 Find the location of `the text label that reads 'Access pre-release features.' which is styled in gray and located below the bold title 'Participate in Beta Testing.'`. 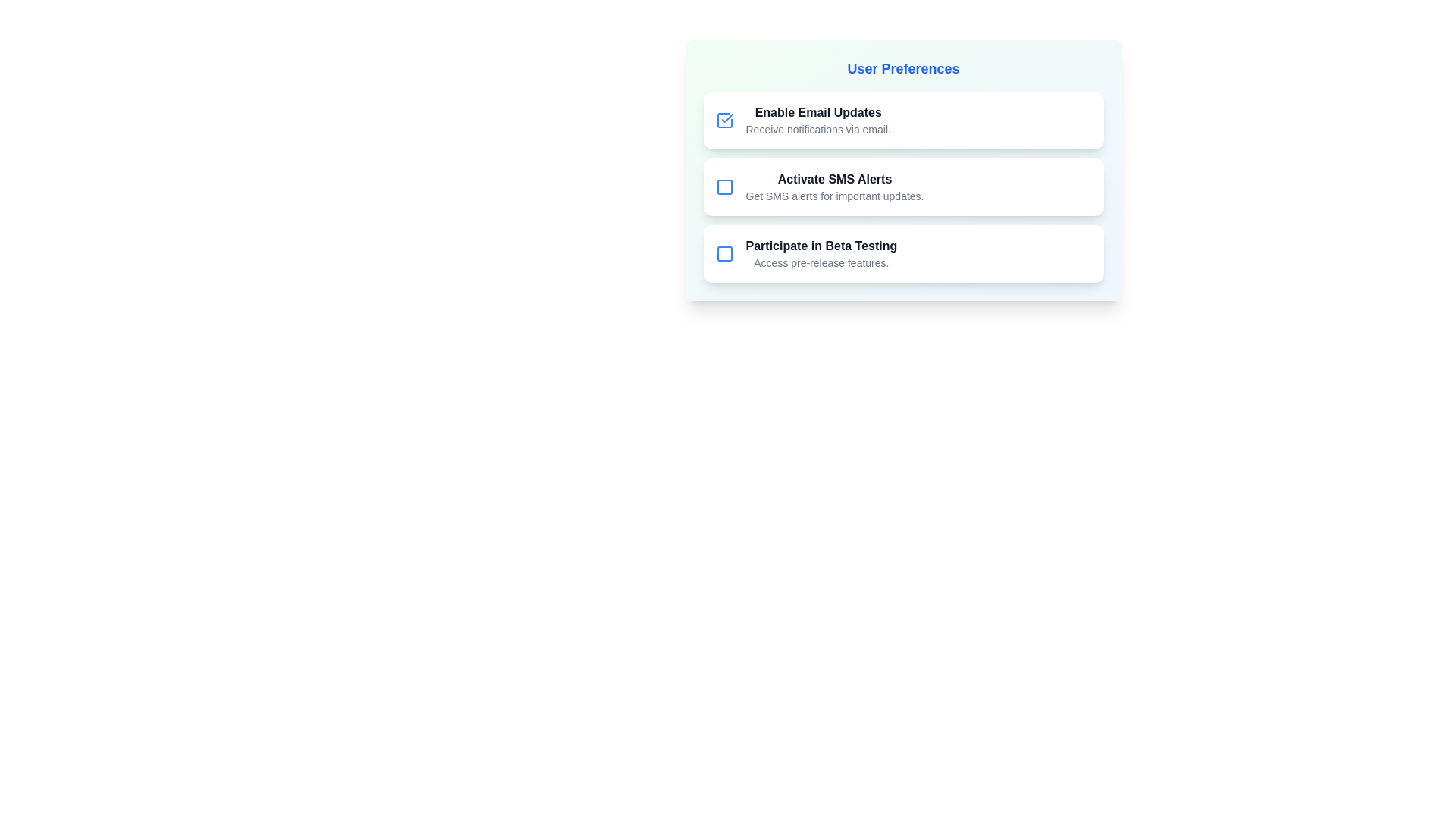

the text label that reads 'Access pre-release features.' which is styled in gray and located below the bold title 'Participate in Beta Testing.' is located at coordinates (821, 262).